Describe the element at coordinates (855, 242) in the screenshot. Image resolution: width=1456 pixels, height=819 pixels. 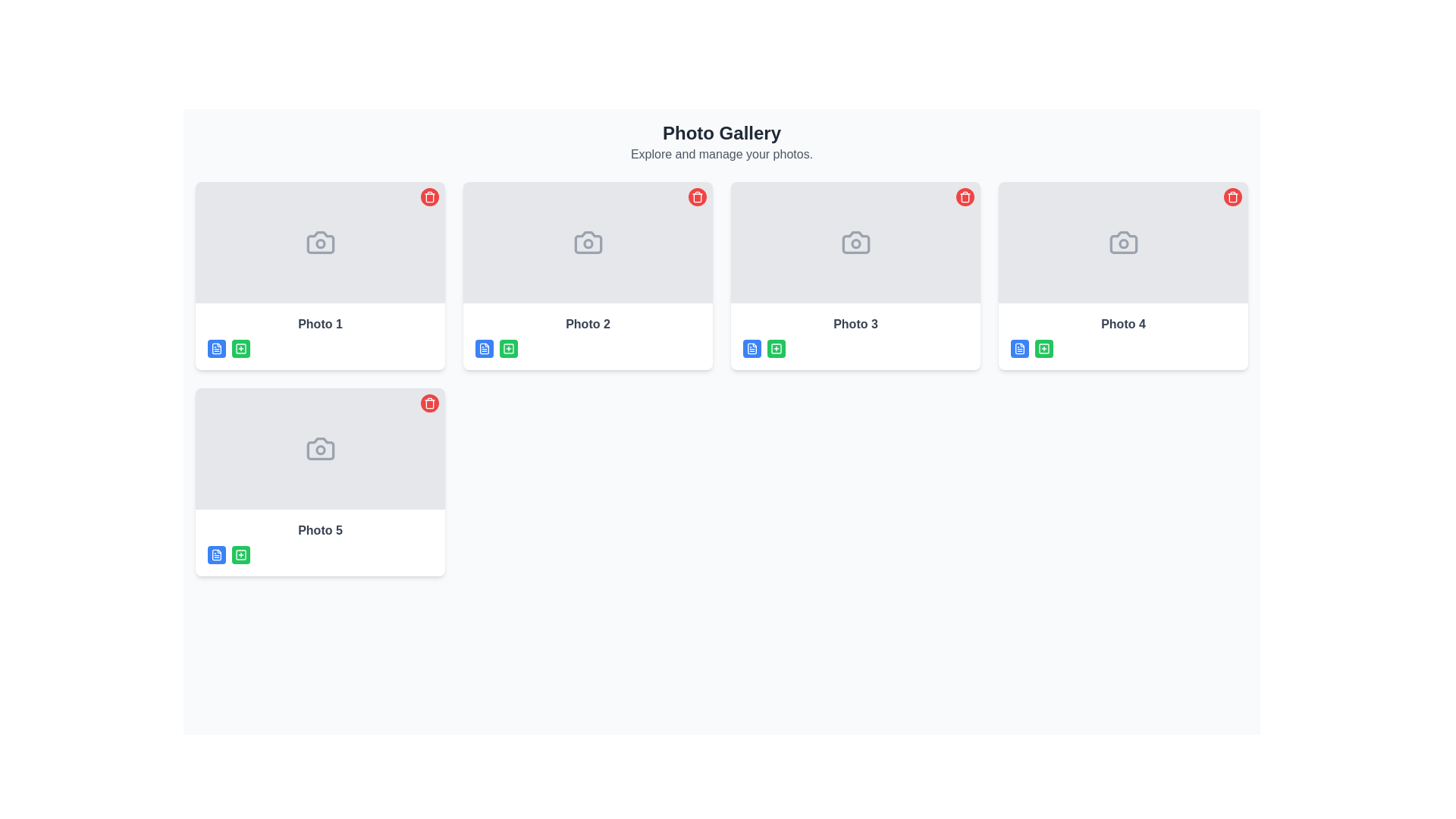
I see `the photo icon associated with the 'Photo 3' card, which is centrally located within the top section of the card among a grid of similar photo cards` at that location.